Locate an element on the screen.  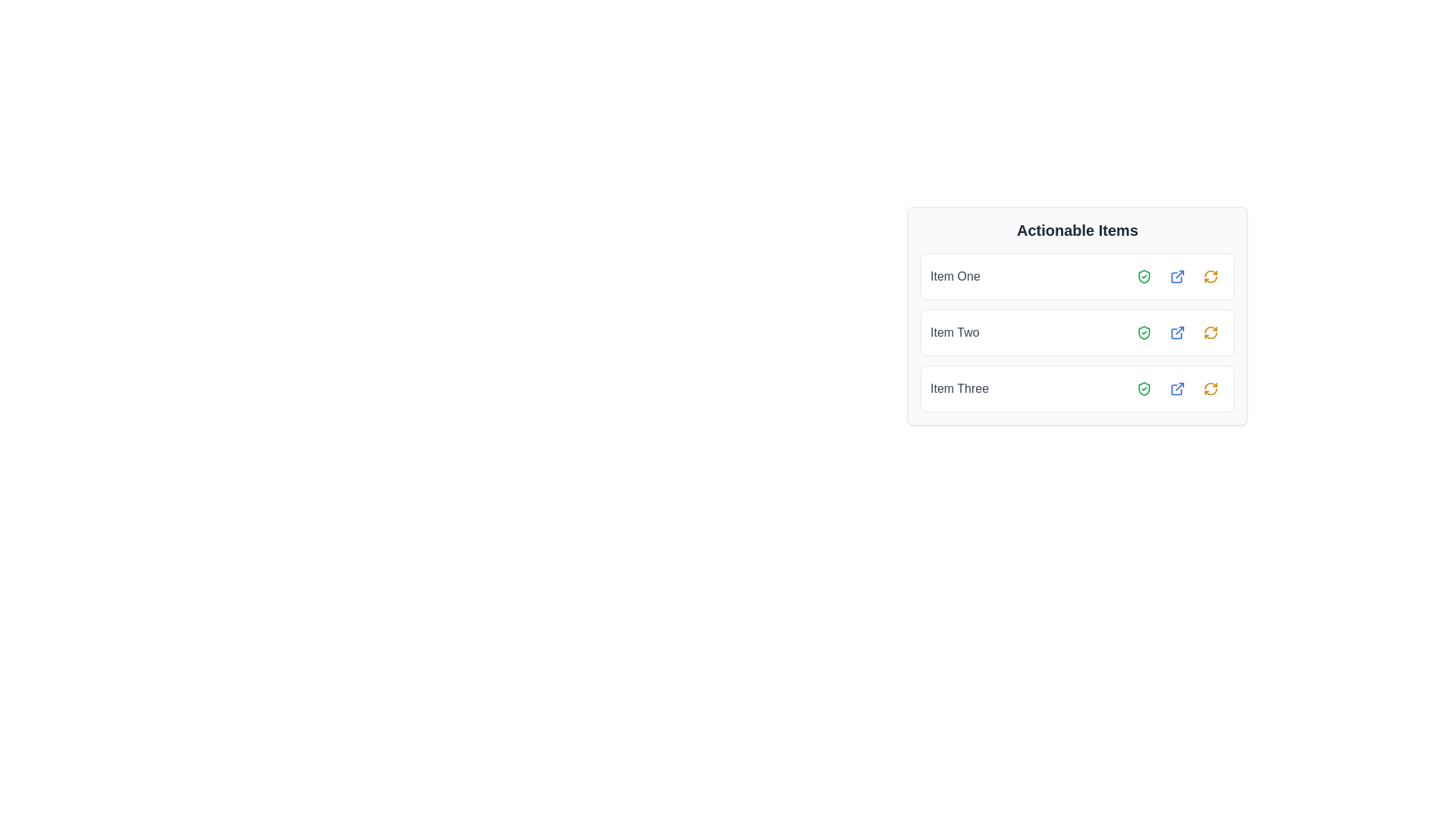
the green shield icon with a checkmark located in the third row of 'Actionable Items', specifically the first icon on the right side of 'Item Three' is located at coordinates (1144, 388).